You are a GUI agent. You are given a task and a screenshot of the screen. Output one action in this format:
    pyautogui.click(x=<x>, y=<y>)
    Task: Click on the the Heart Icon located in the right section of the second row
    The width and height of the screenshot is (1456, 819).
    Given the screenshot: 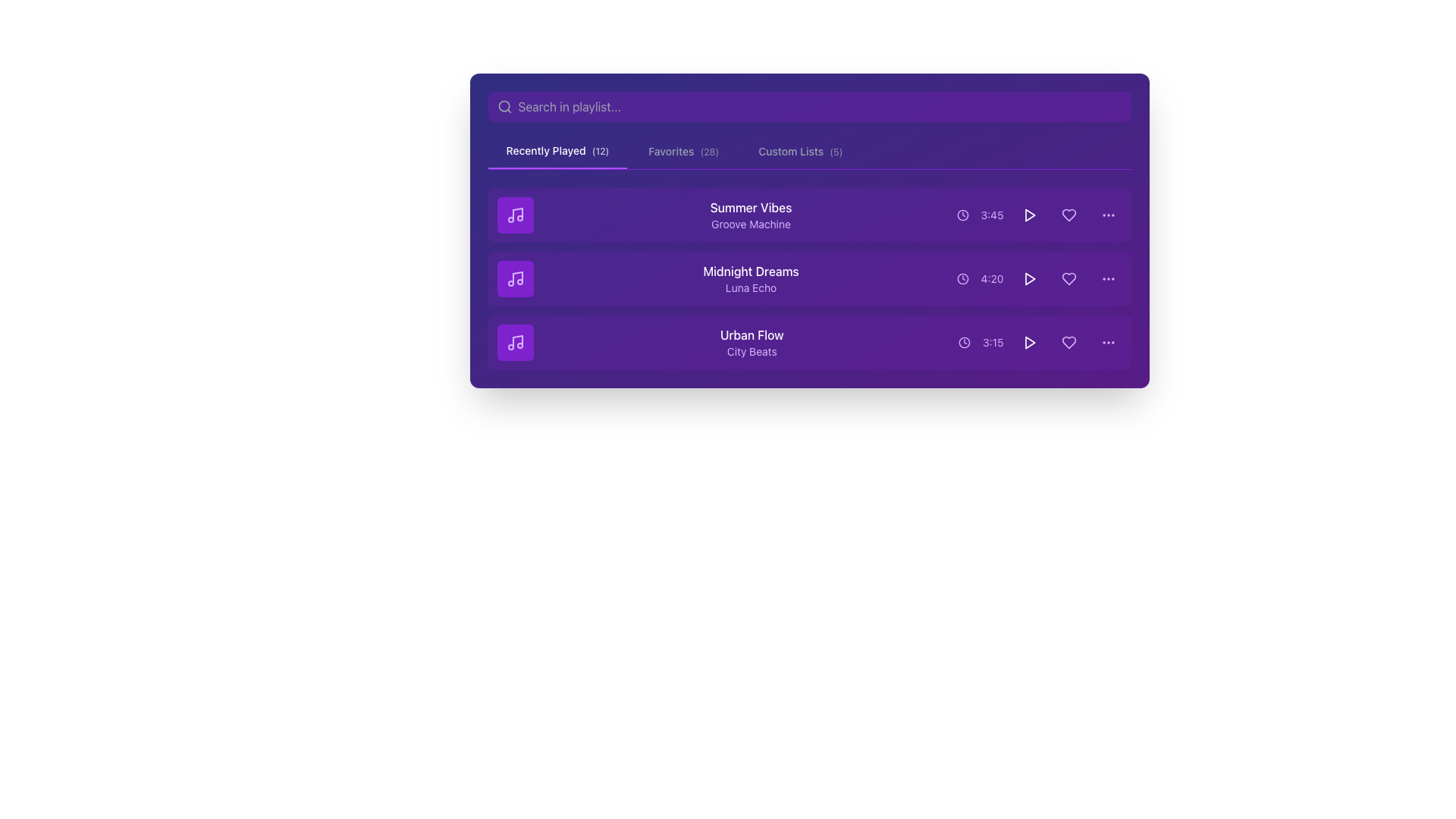 What is the action you would take?
    pyautogui.click(x=1068, y=215)
    